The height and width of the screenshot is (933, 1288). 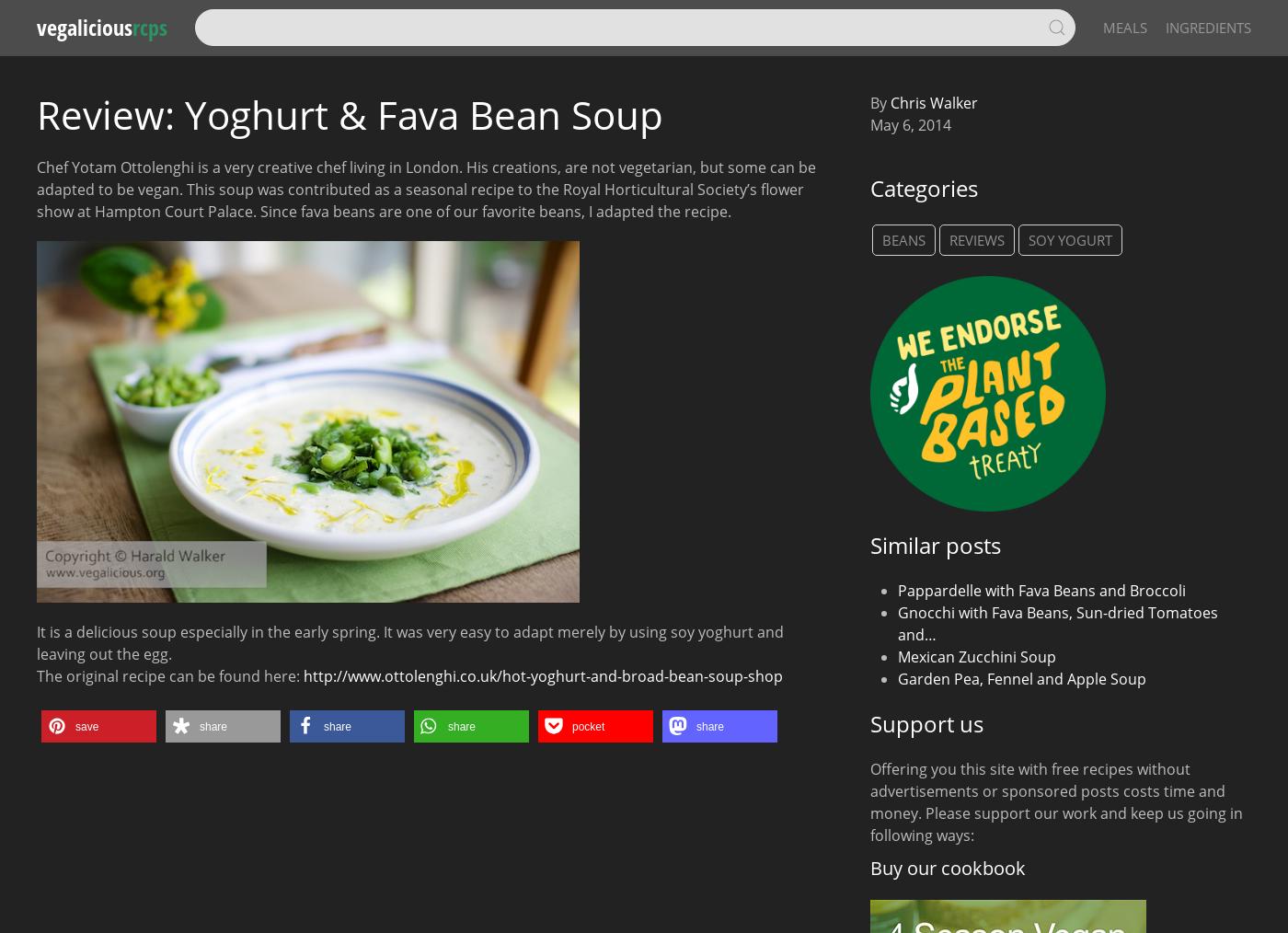 What do you see at coordinates (869, 801) in the screenshot?
I see `'Offering you this site with free recipes without advertisements or sponsored posts costs time and money. Please support our work and keep us going in following ways:'` at bounding box center [869, 801].